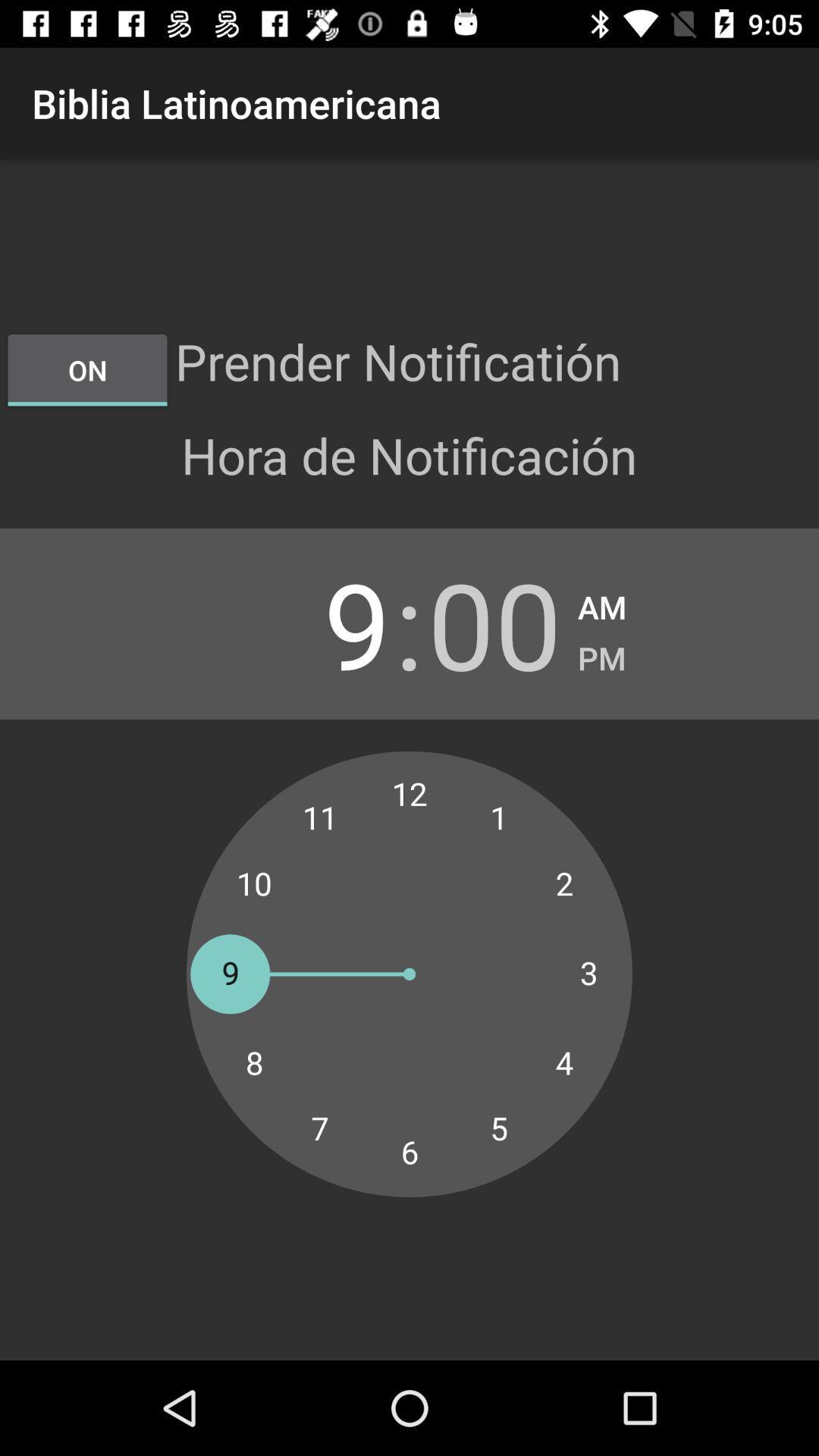 This screenshot has width=819, height=1456. I want to click on the am checkbox, so click(601, 602).